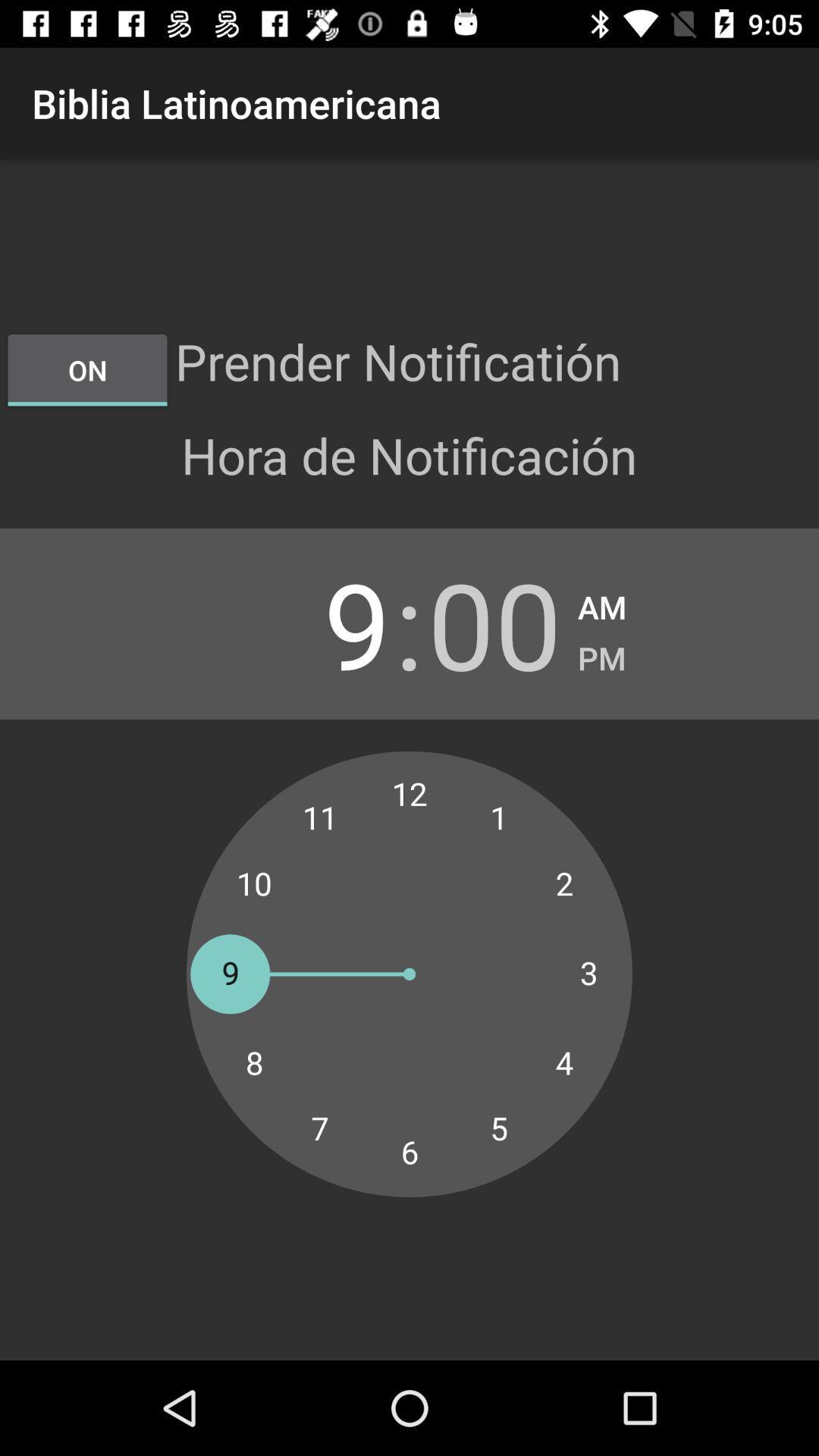 This screenshot has width=819, height=1456. I want to click on the am checkbox, so click(601, 602).